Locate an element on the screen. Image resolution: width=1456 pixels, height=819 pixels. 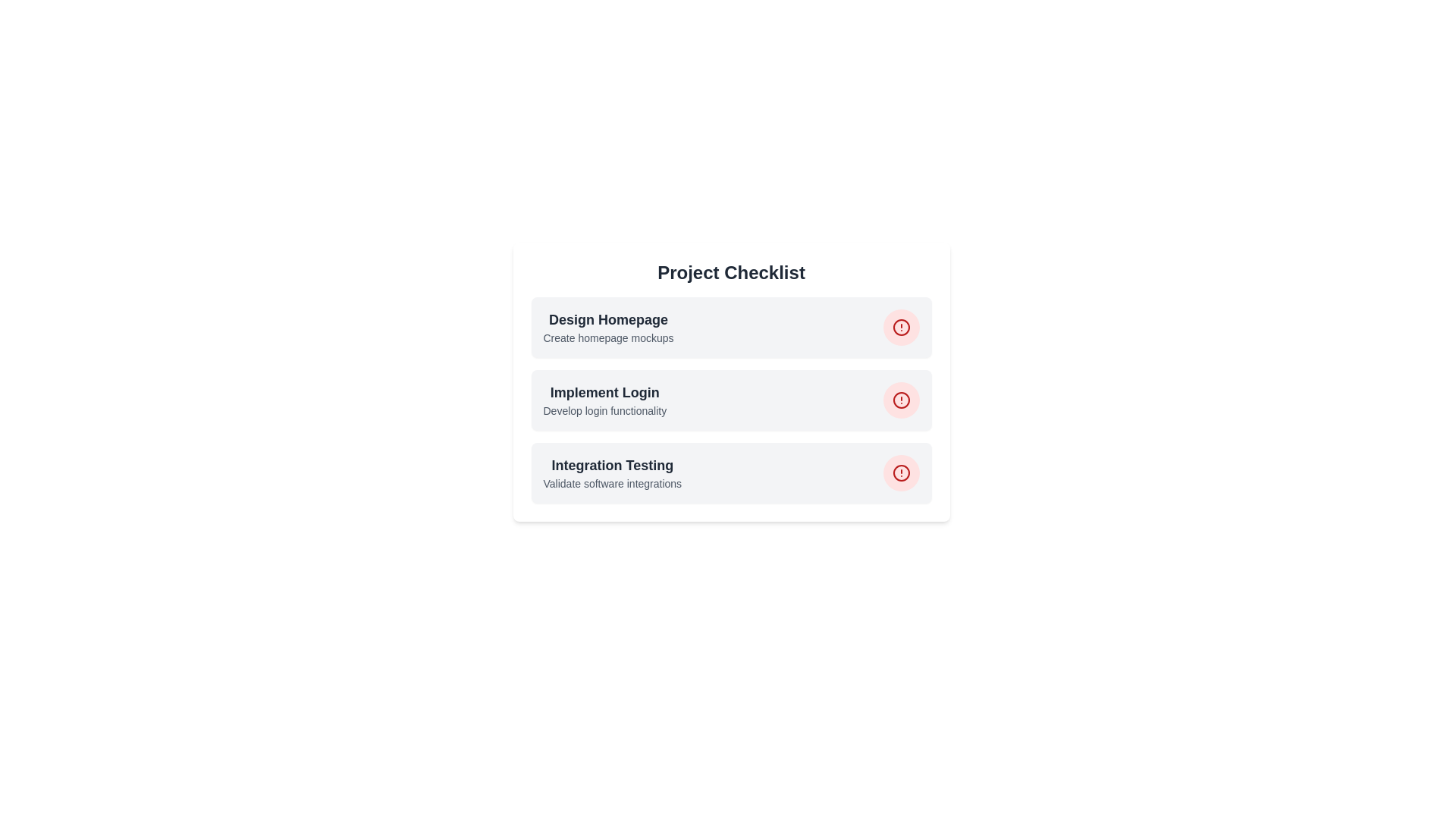
the red circular graphical element located within the second list item under 'Project Checklist,' adjacent to the 'Implement Login' task is located at coordinates (901, 400).